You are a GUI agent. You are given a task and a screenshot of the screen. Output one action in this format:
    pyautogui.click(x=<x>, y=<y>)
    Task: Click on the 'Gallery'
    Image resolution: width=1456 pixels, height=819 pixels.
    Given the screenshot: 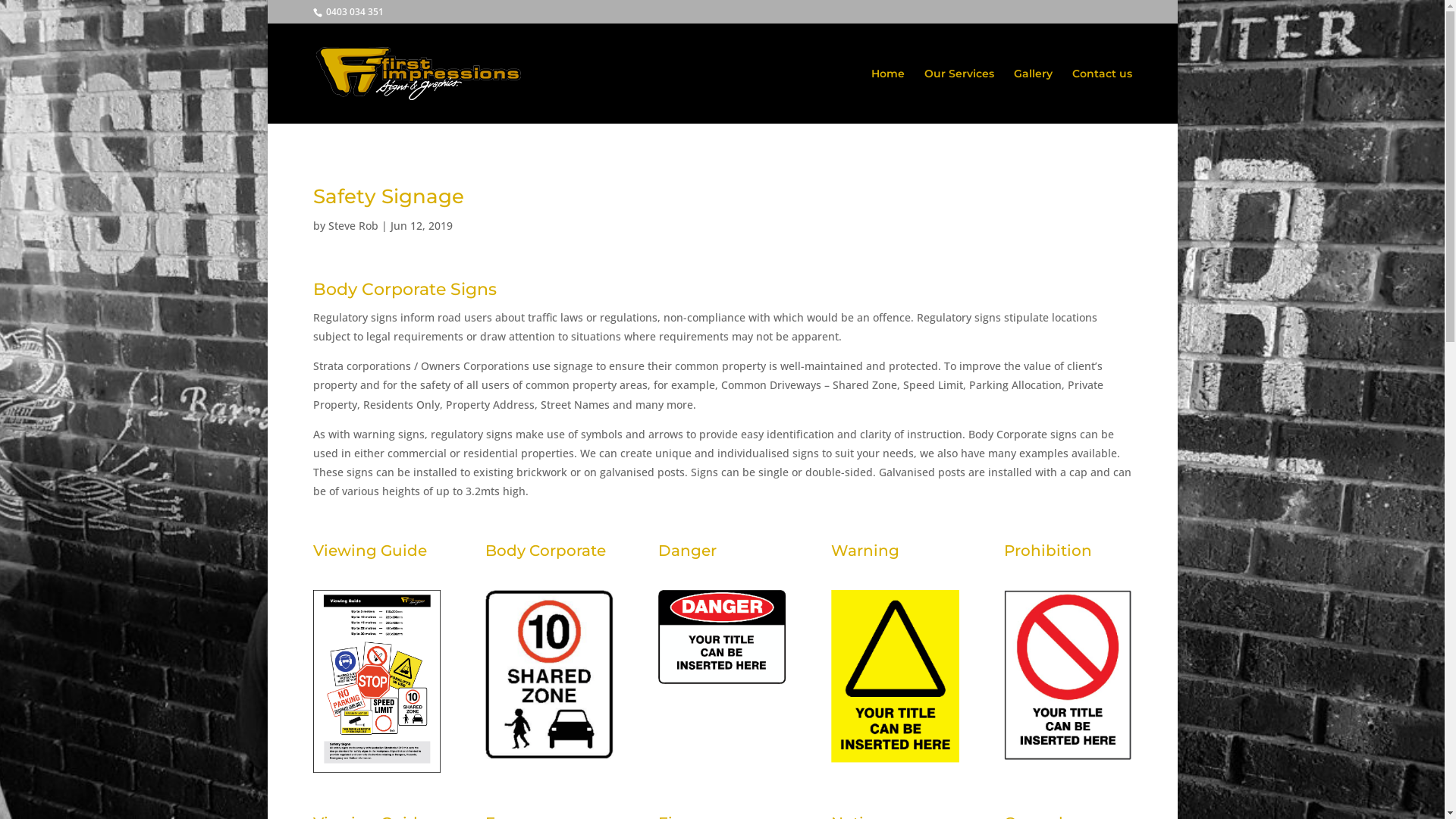 What is the action you would take?
    pyautogui.click(x=1031, y=96)
    